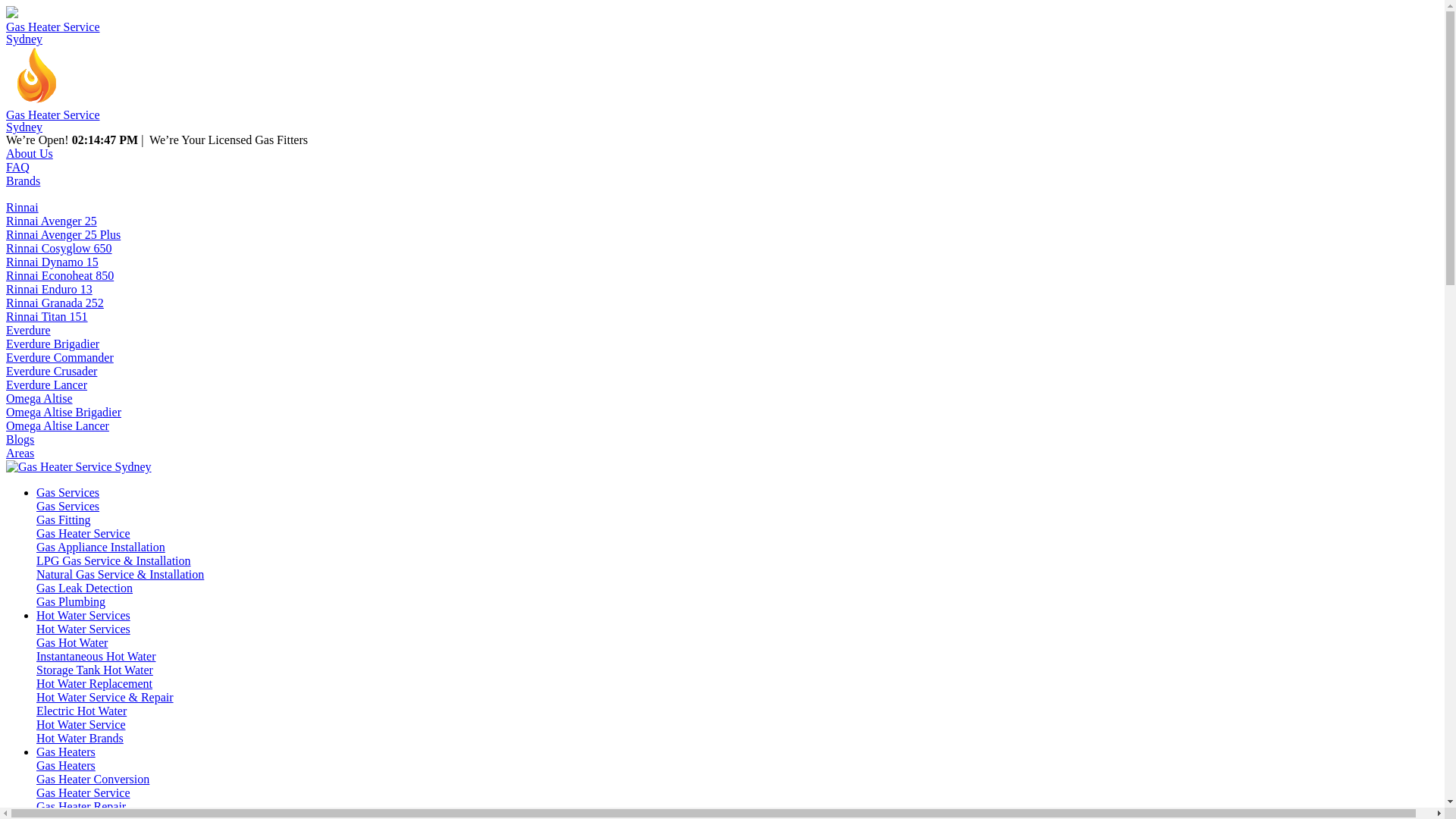 The width and height of the screenshot is (1456, 819). I want to click on 'Gas Hot Water', so click(71, 642).